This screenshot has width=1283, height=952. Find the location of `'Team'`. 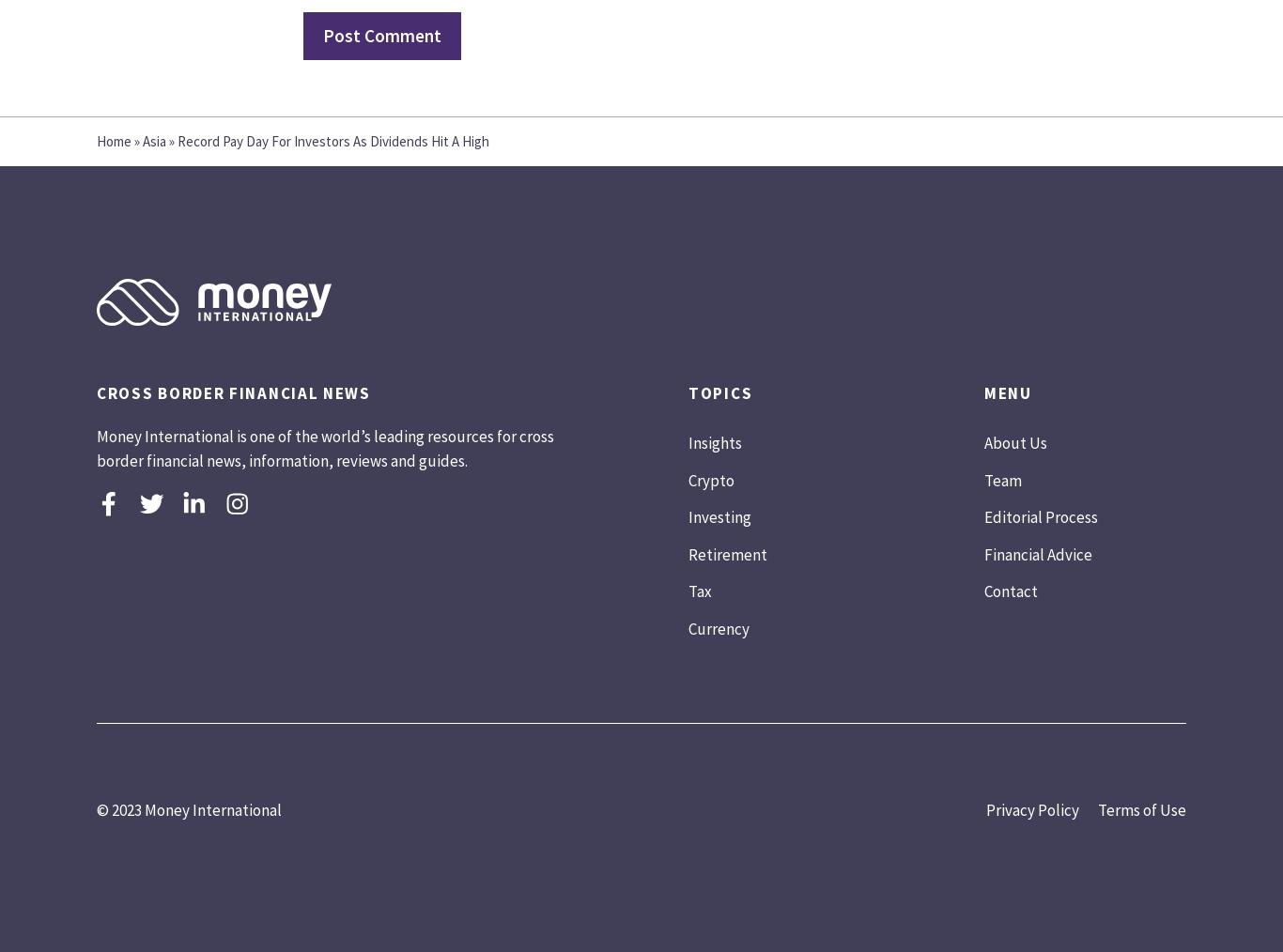

'Team' is located at coordinates (1001, 478).